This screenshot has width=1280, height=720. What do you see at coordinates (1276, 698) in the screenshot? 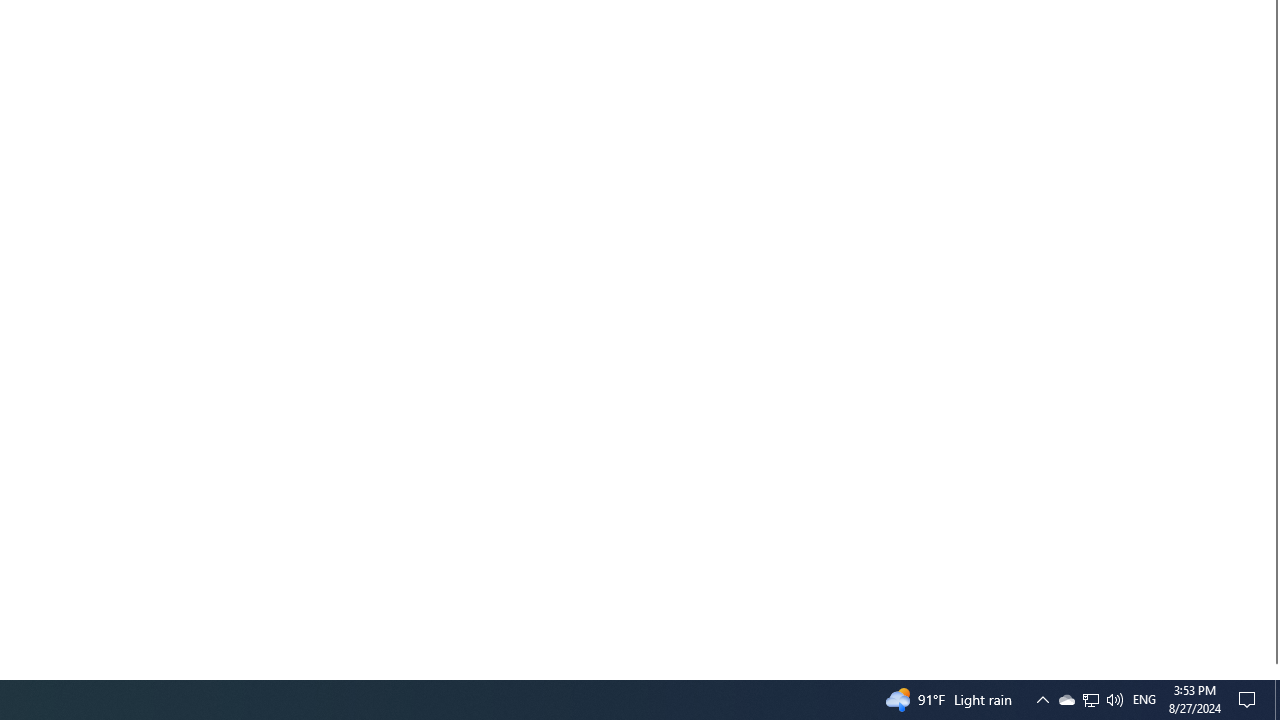
I see `'Show desktop'` at bounding box center [1276, 698].